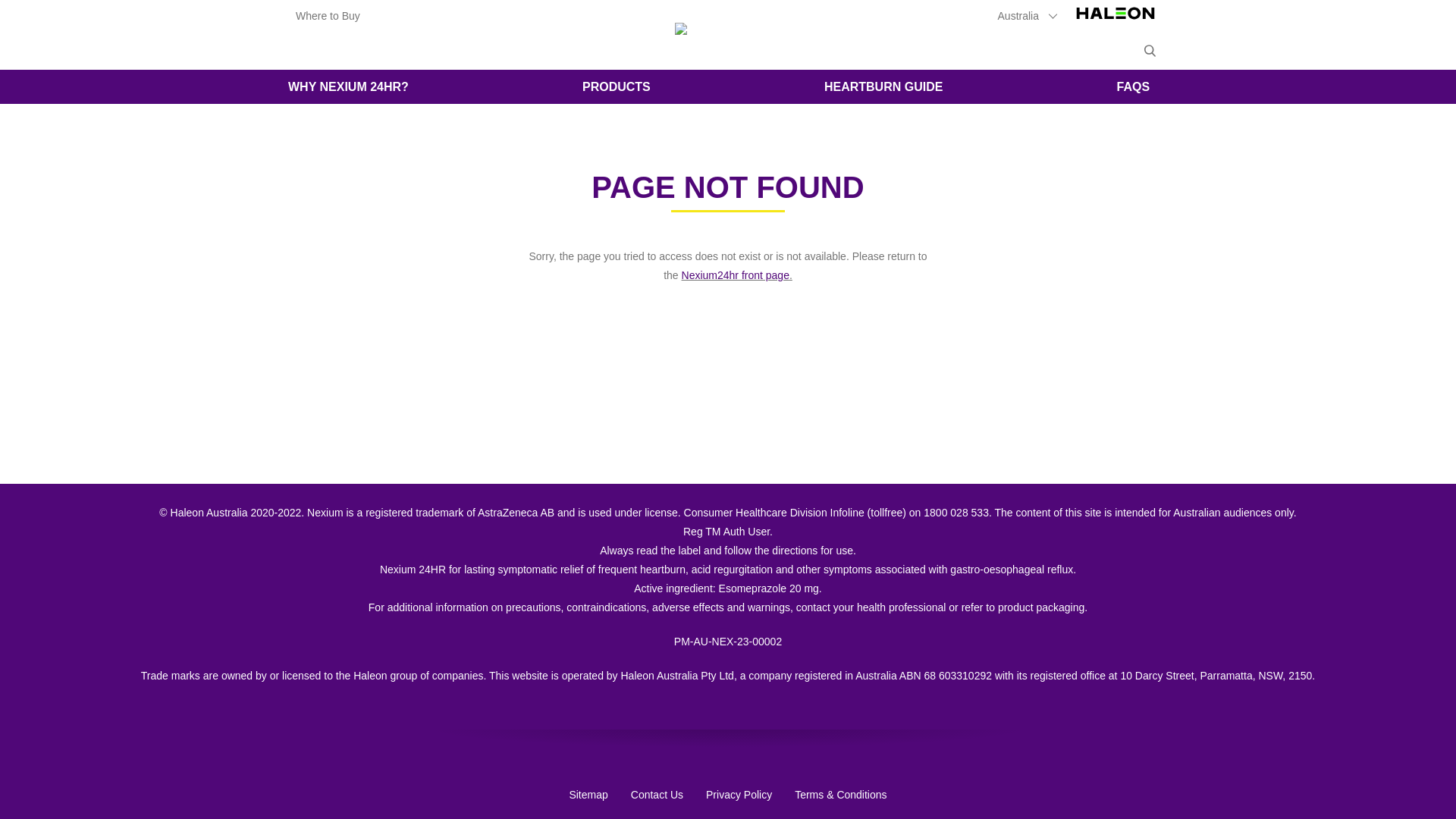  I want to click on 'Contact Us', so click(657, 794).